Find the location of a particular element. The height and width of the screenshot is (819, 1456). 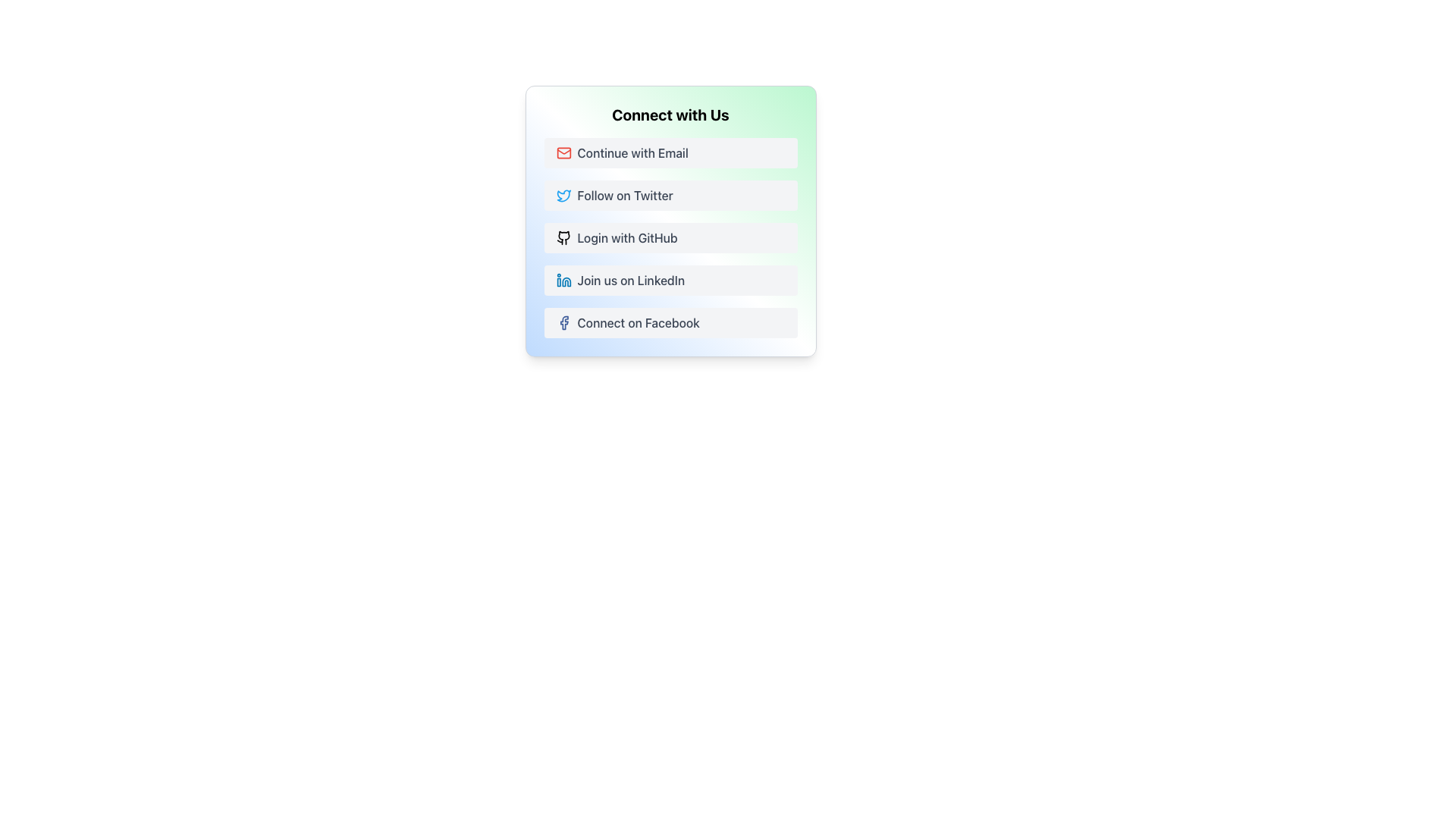

the blue bird icon representing the 'Follow on Twitter' option located in the 'Connect with Us' section, which is the second interaction option in the vertical list is located at coordinates (563, 195).